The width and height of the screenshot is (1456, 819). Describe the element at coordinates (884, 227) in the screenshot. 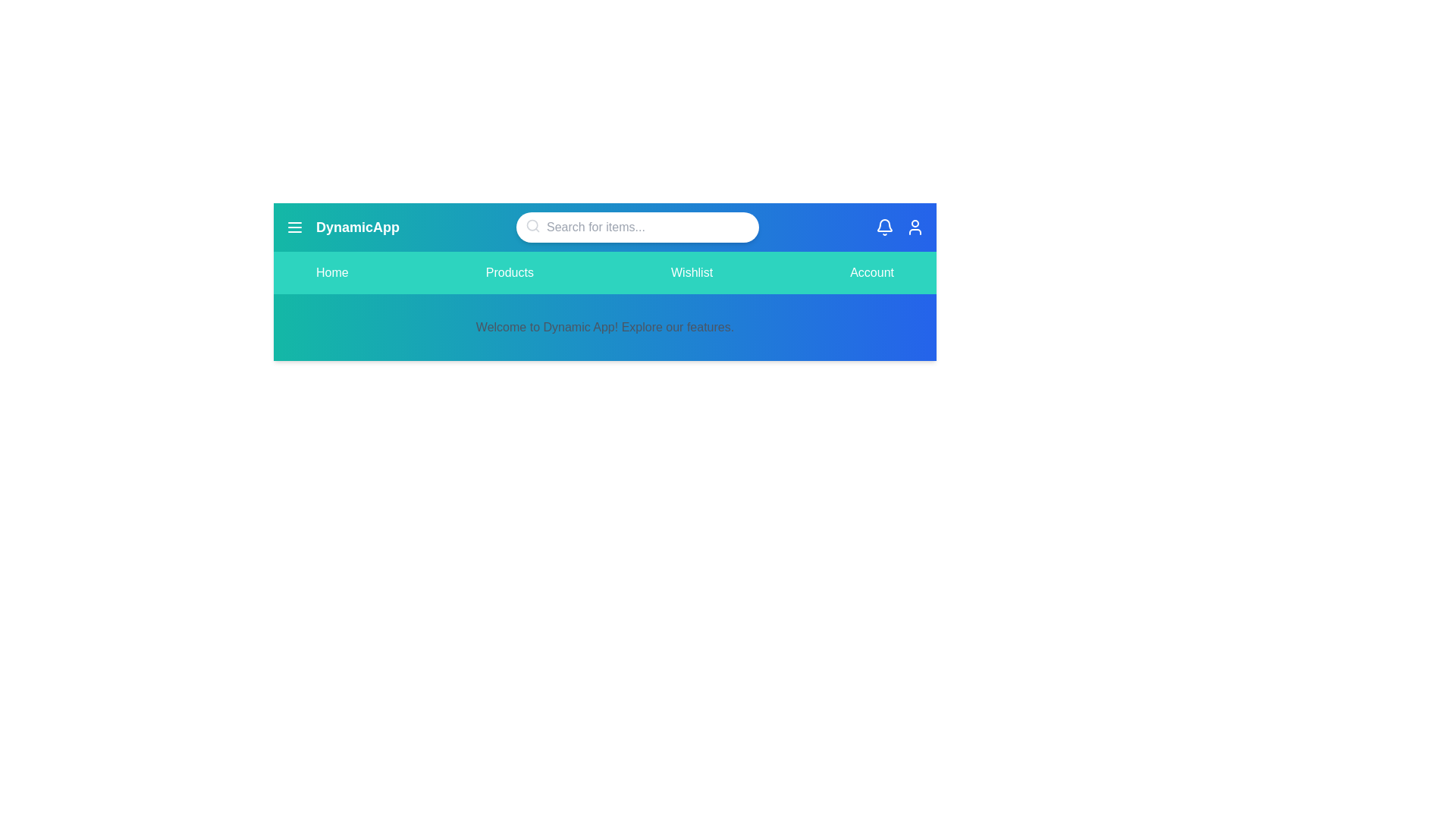

I see `the bell icon to view notifications` at that location.